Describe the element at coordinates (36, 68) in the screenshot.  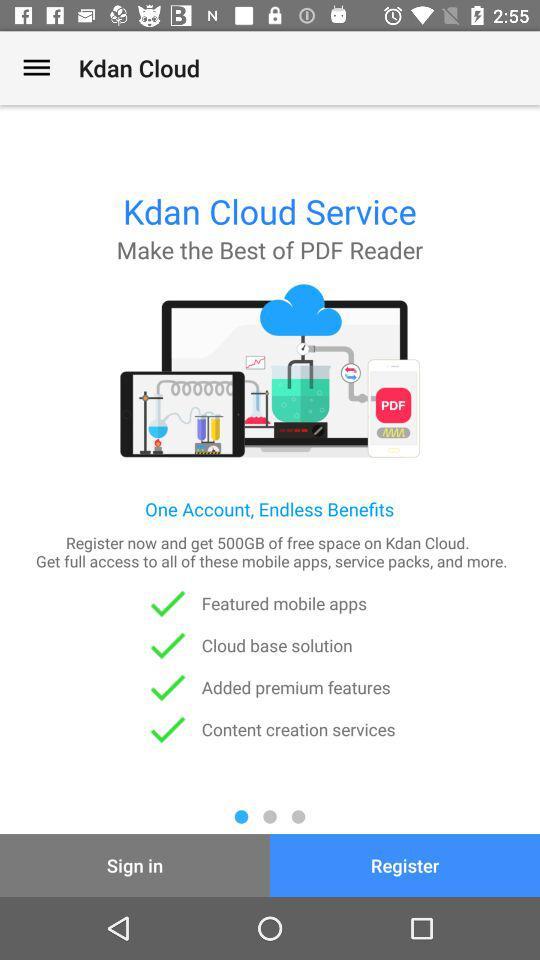
I see `icon above the register now and item` at that location.